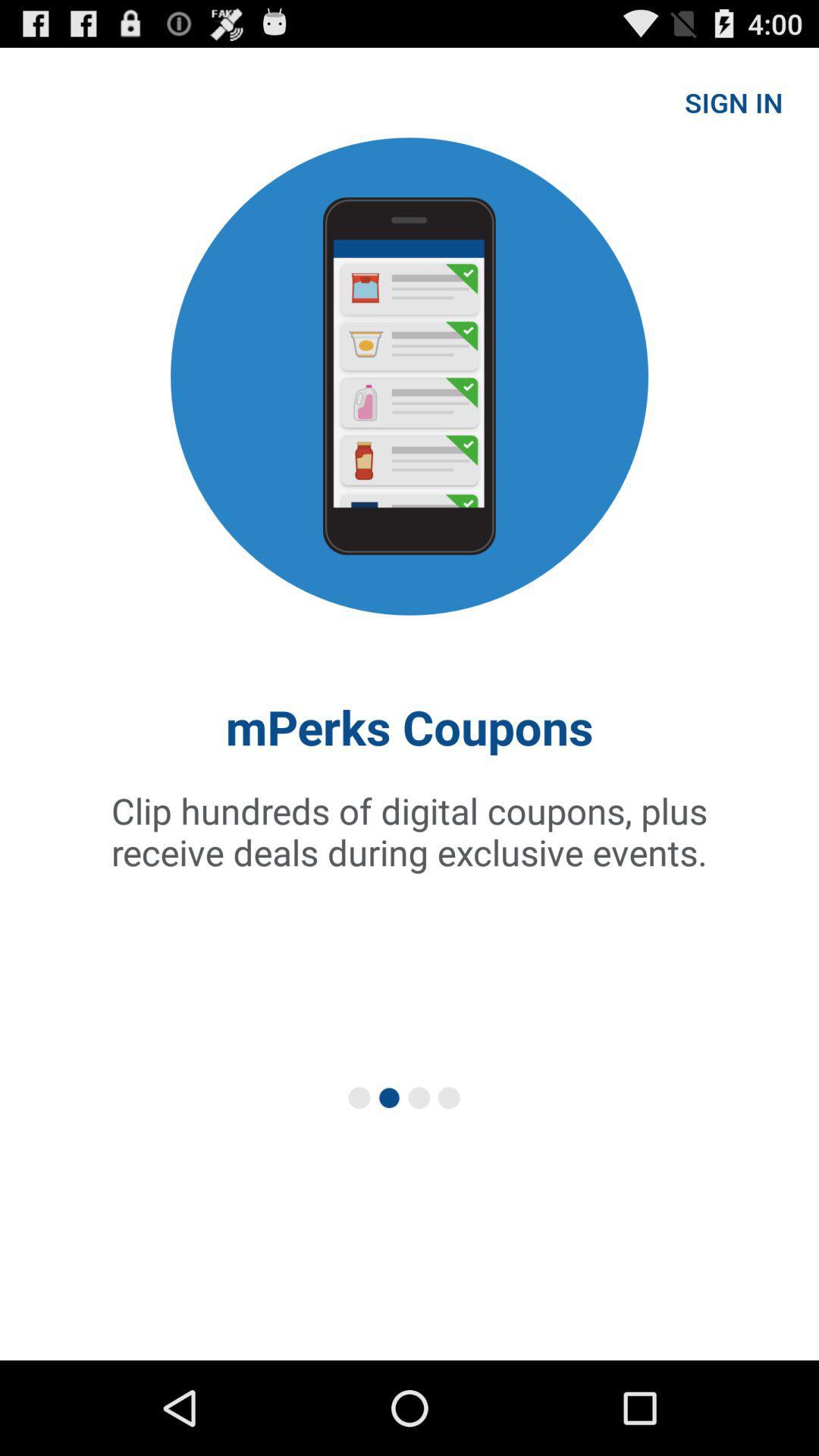 This screenshot has width=819, height=1456. Describe the element at coordinates (733, 101) in the screenshot. I see `the sign in at the top right corner` at that location.